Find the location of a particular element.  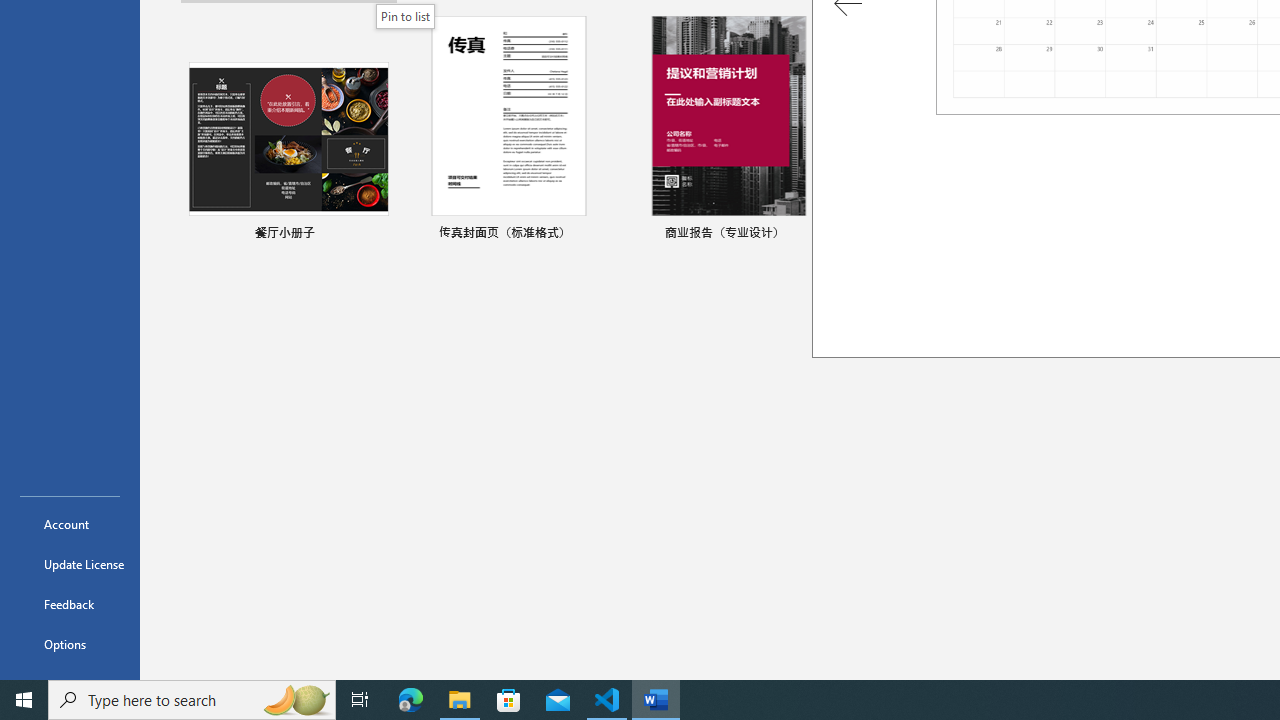

'Account' is located at coordinates (69, 523).